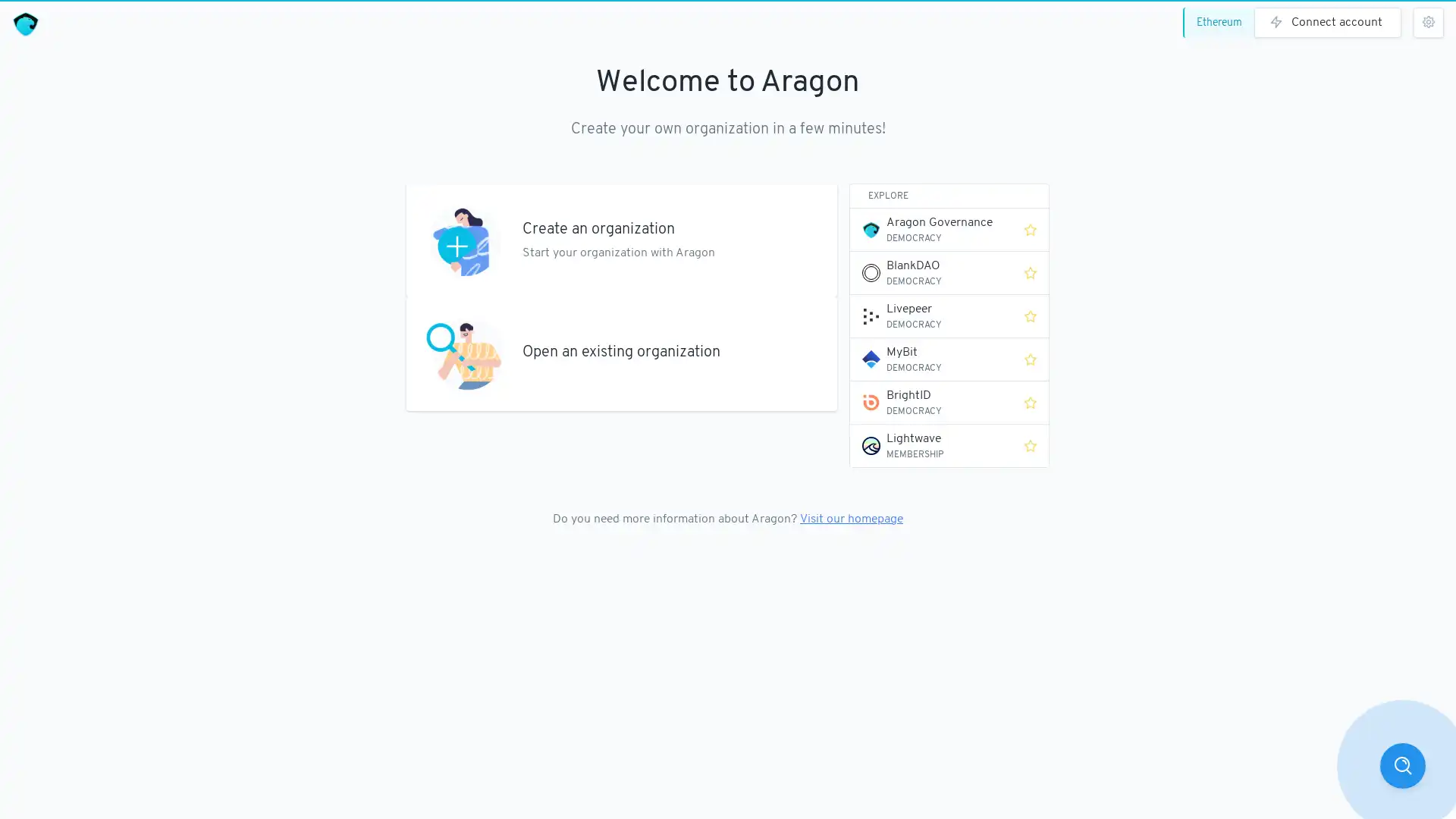 Image resolution: width=1456 pixels, height=819 pixels. What do you see at coordinates (930, 444) in the screenshot?
I see `Lightwave MEMBERSHIP` at bounding box center [930, 444].